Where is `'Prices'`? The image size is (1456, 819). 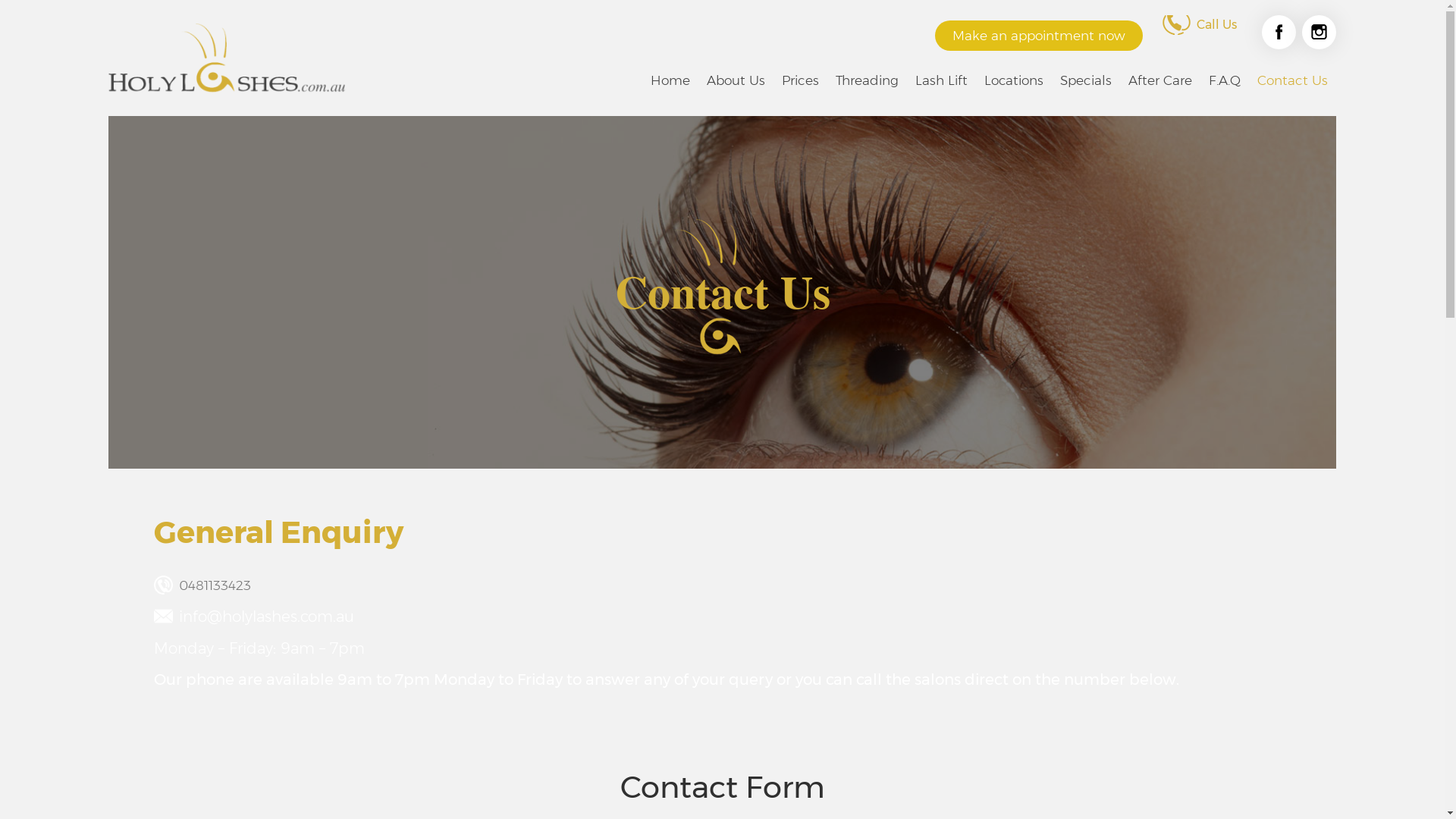
'Prices' is located at coordinates (799, 80).